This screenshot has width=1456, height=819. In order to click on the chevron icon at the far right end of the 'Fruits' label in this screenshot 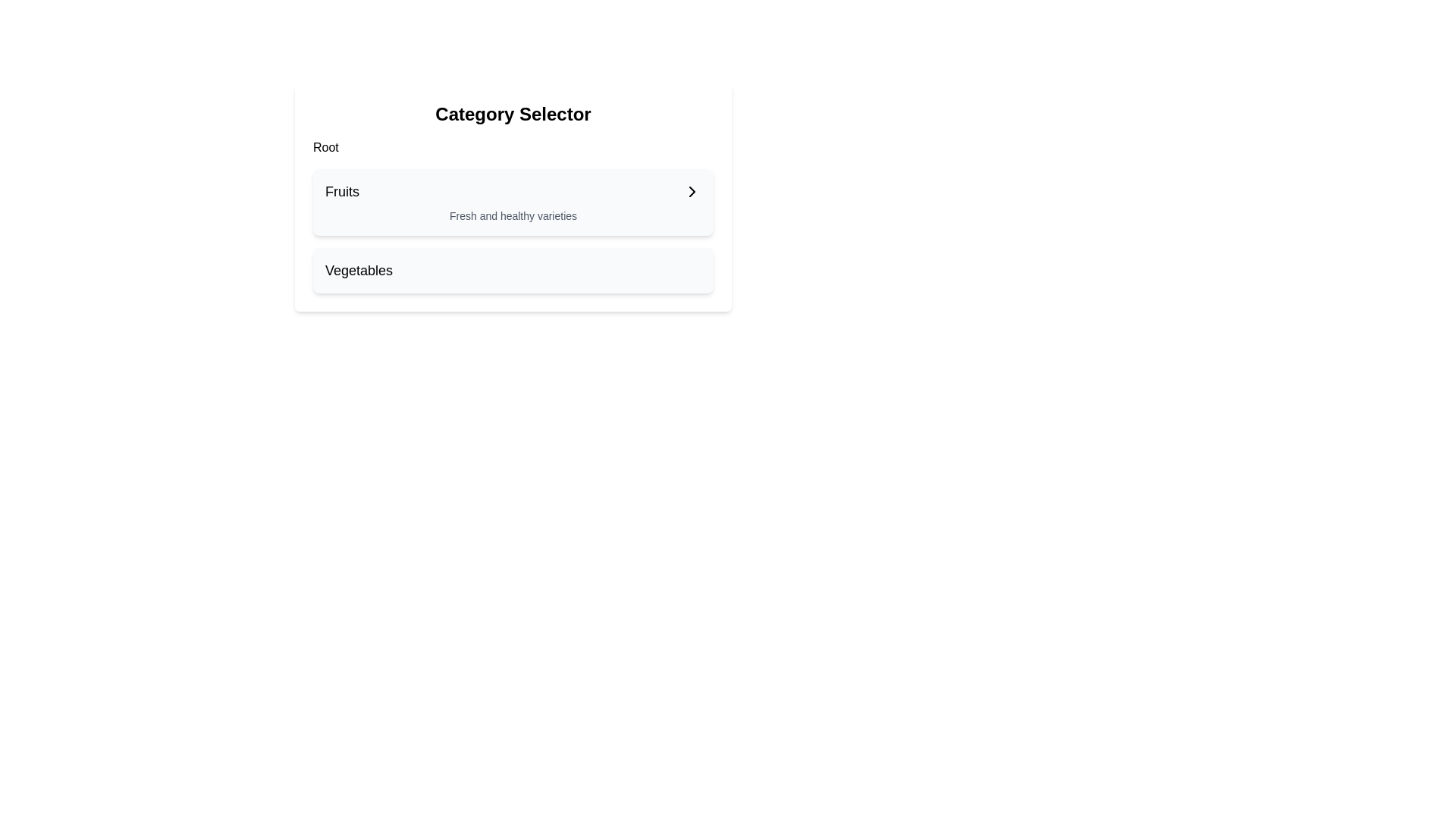, I will do `click(691, 191)`.